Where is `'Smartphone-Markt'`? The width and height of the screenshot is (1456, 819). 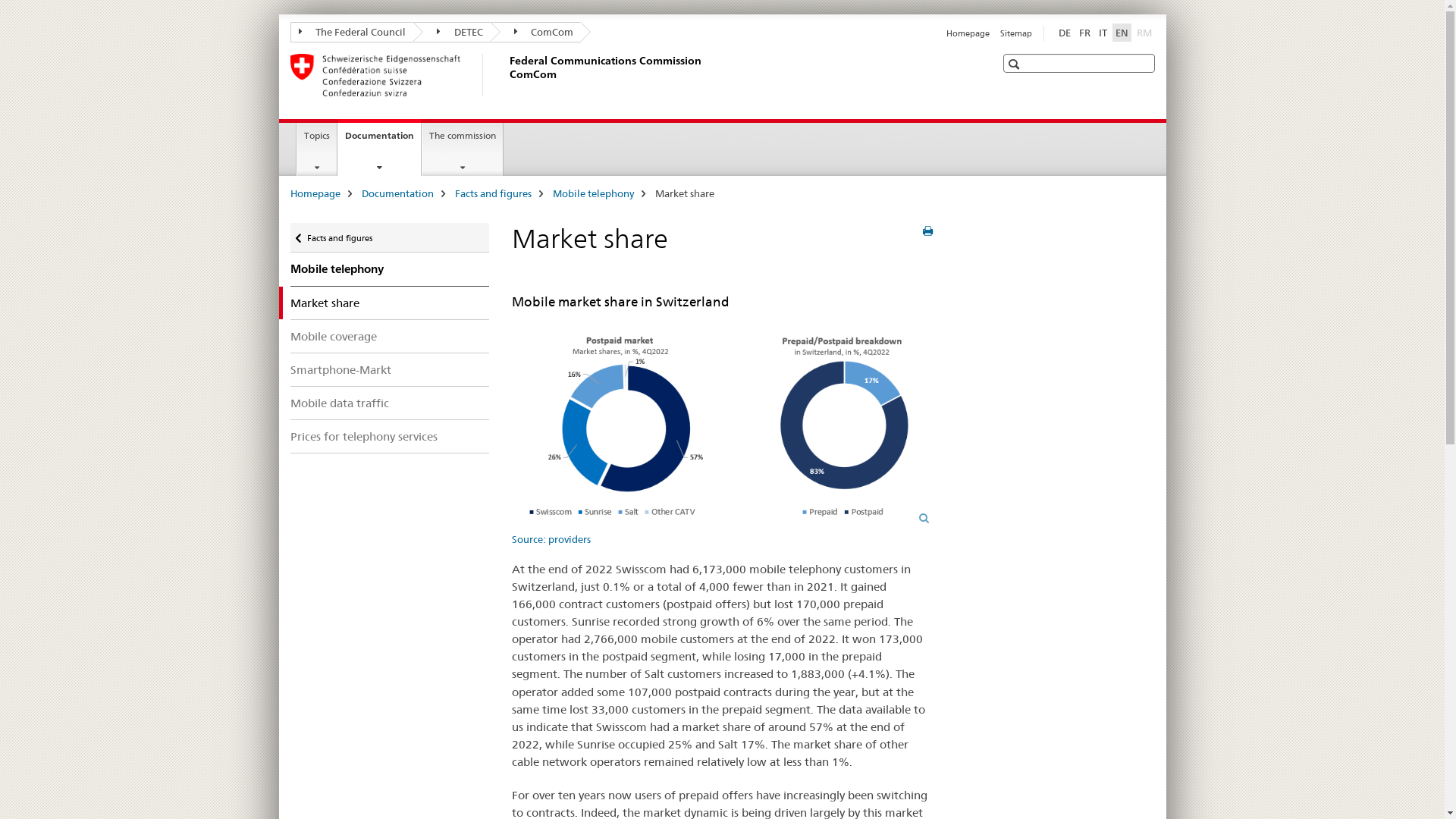 'Smartphone-Markt' is located at coordinates (389, 369).